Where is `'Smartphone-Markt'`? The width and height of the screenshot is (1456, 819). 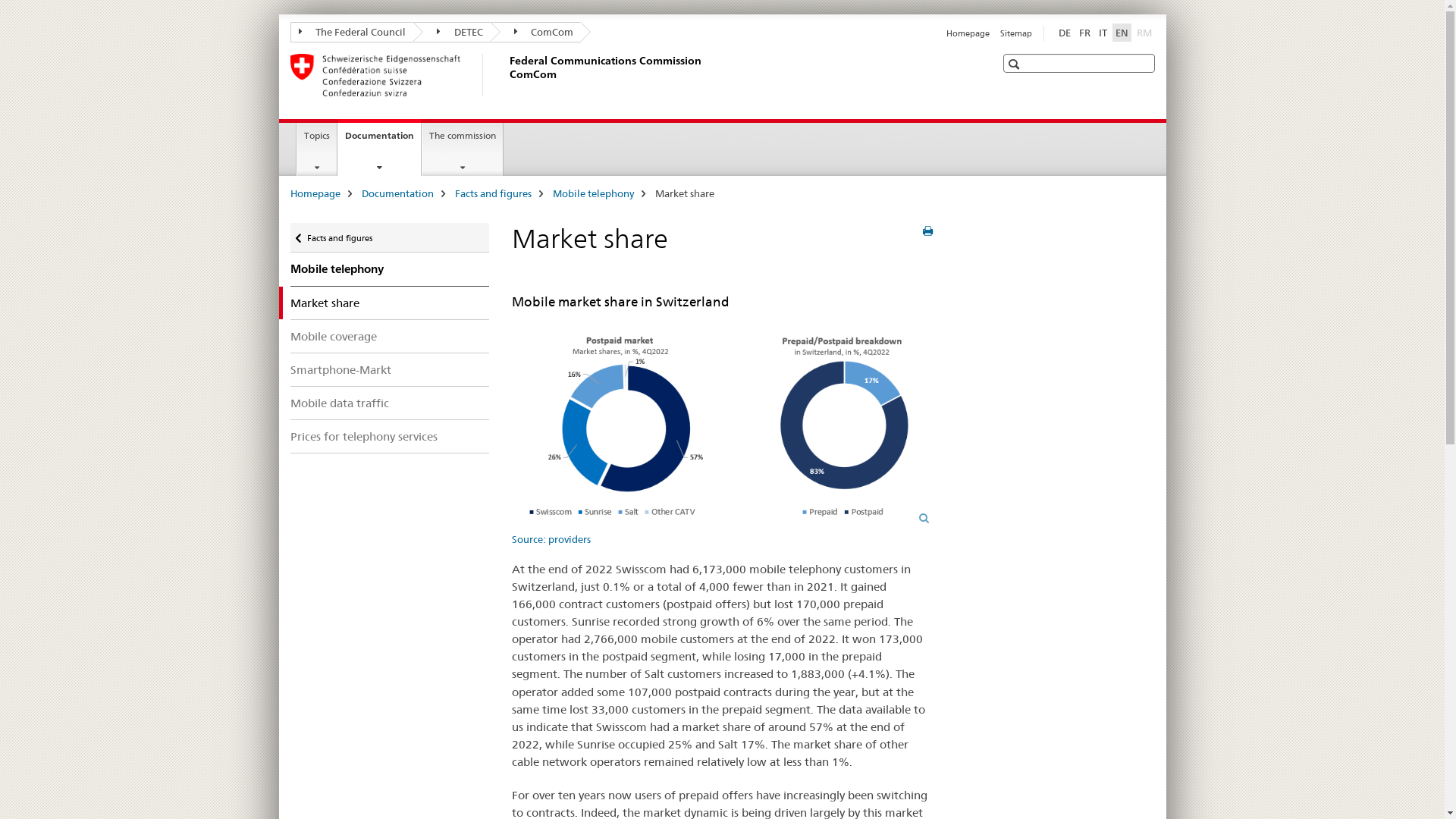 'Smartphone-Markt' is located at coordinates (389, 369).